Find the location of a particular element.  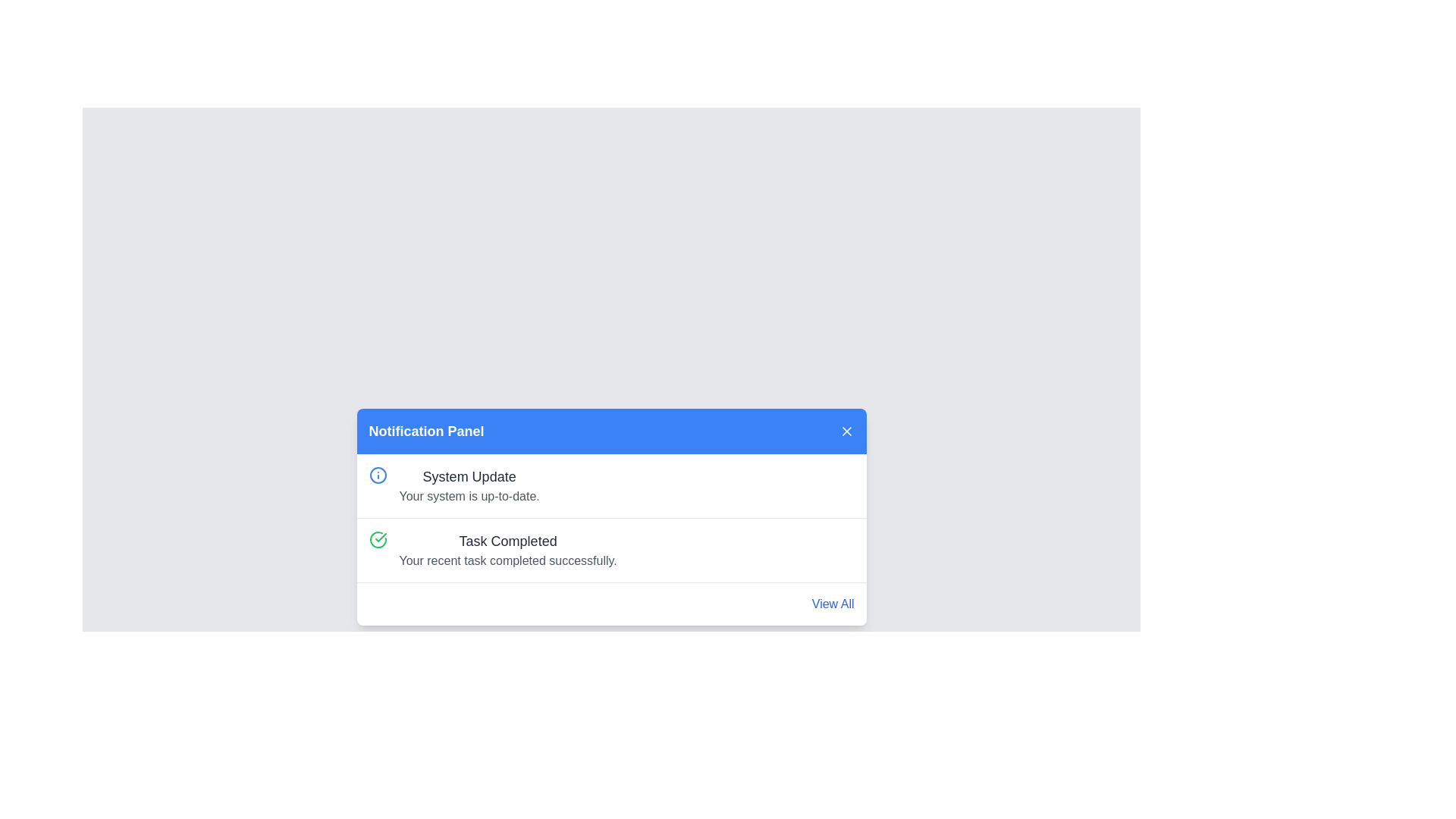

the 'Notification Panel' text label, which is styled in bold and positioned on the blue header of the notification interface is located at coordinates (425, 431).